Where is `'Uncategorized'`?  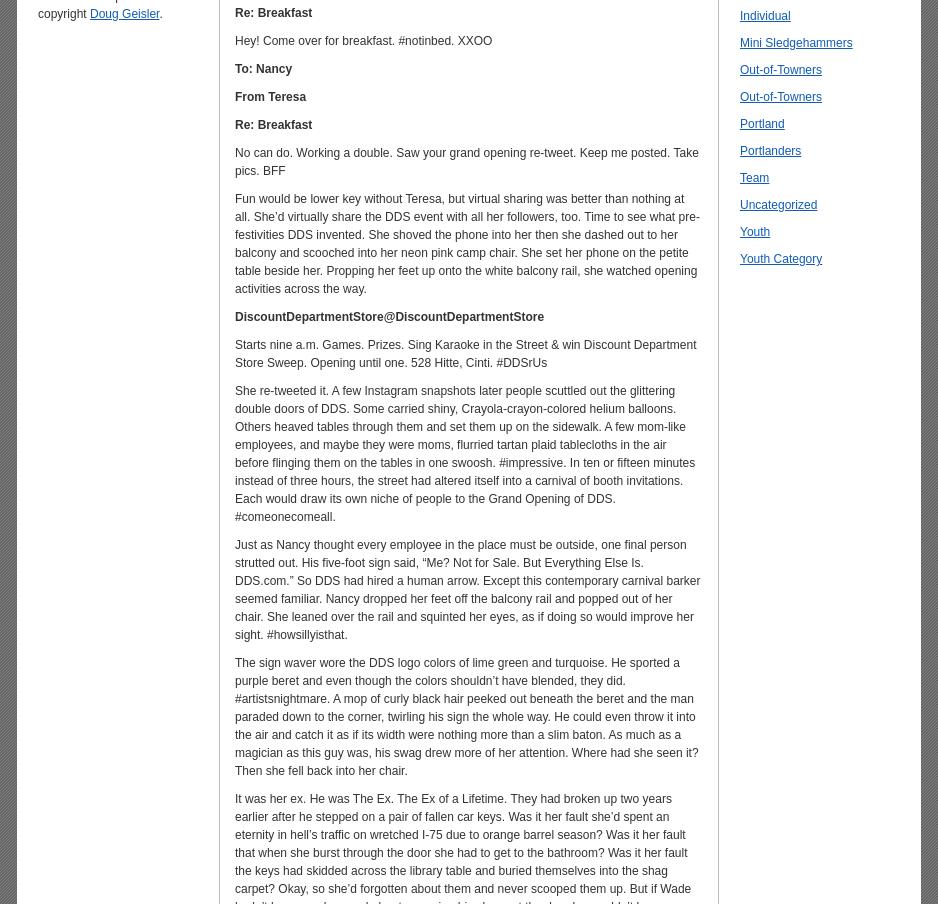
'Uncategorized' is located at coordinates (777, 205).